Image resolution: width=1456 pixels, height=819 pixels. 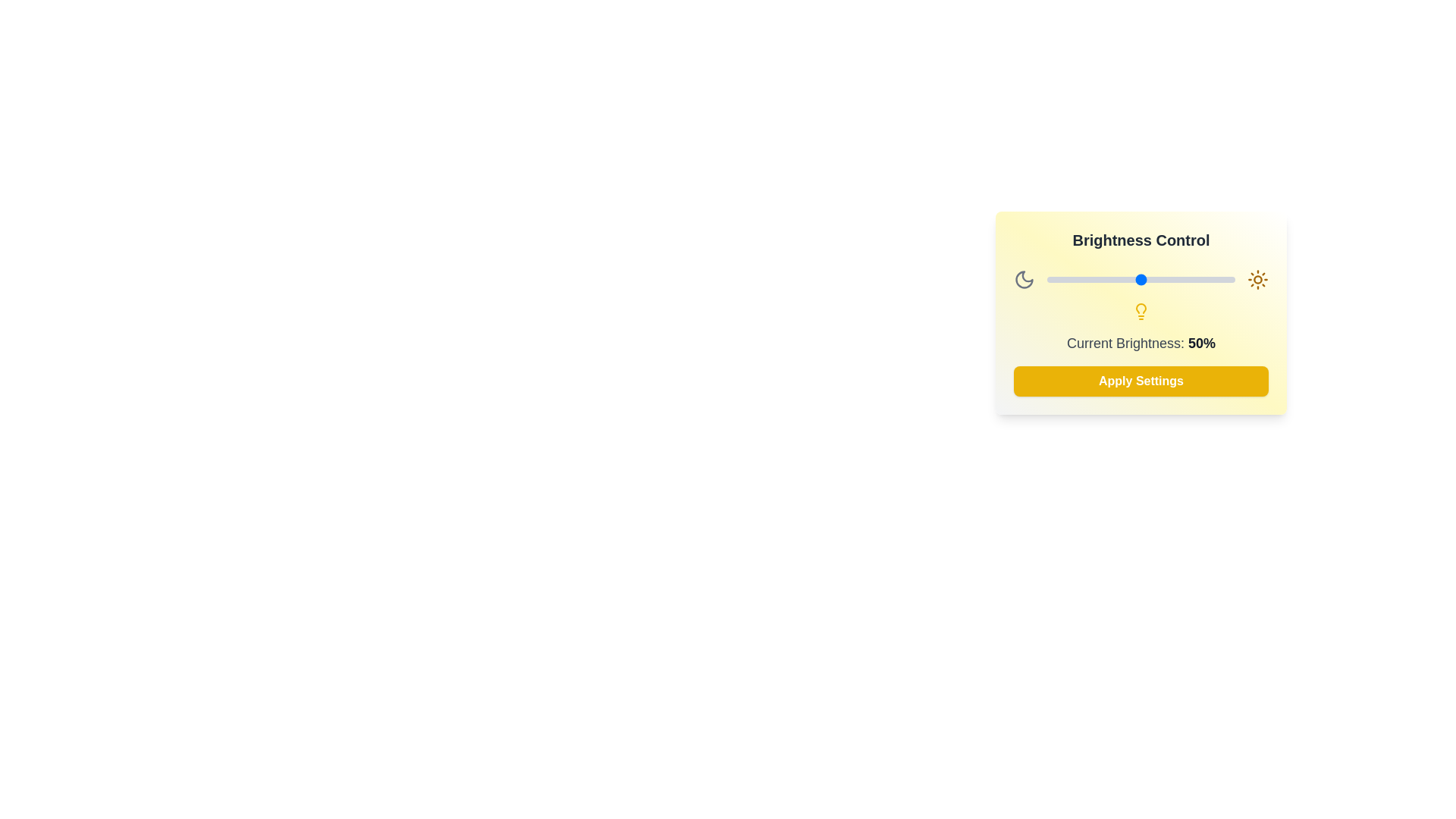 I want to click on the brightness slider to 54%, so click(x=1148, y=280).